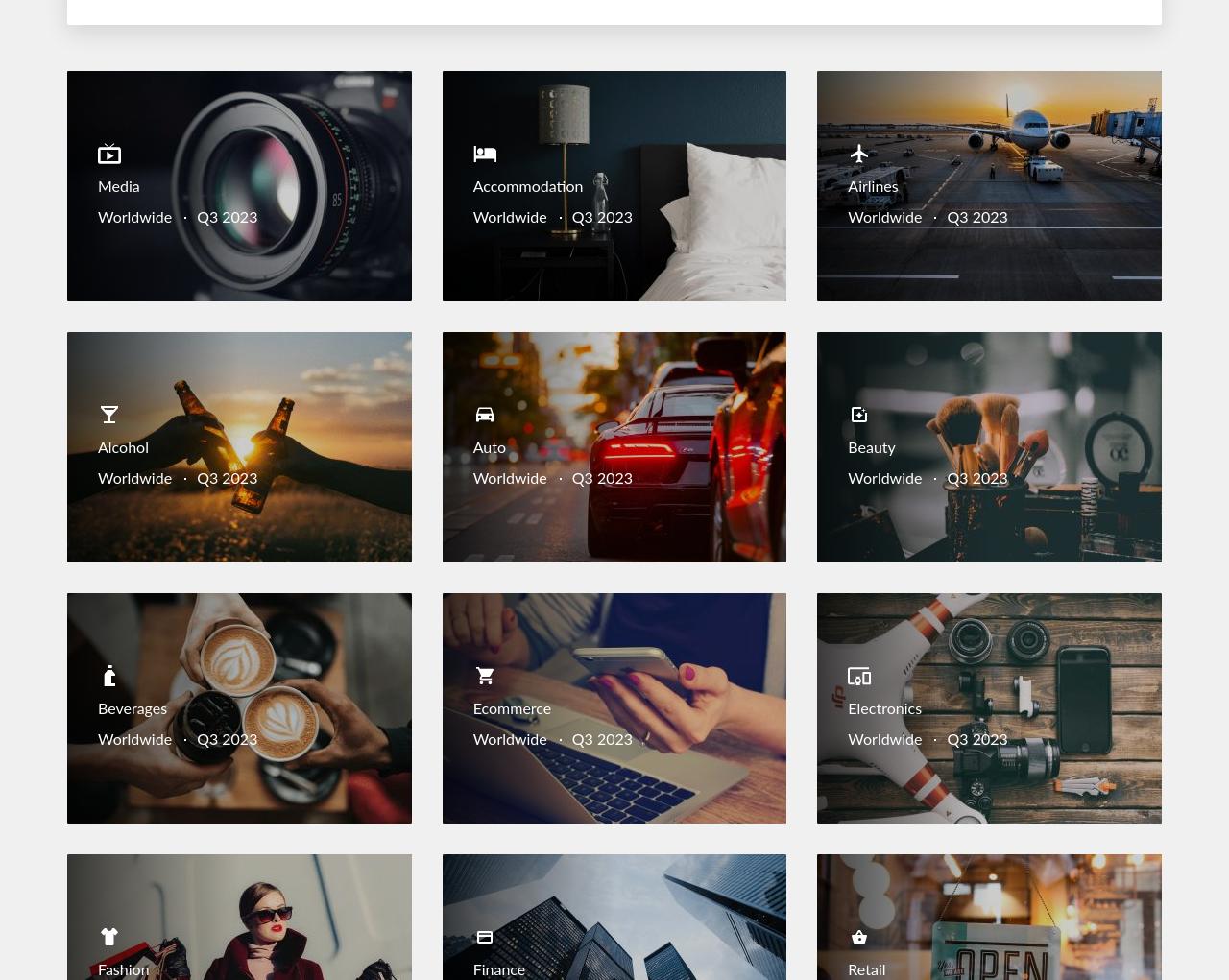 The image size is (1229, 980). I want to click on 'Media', so click(97, 186).